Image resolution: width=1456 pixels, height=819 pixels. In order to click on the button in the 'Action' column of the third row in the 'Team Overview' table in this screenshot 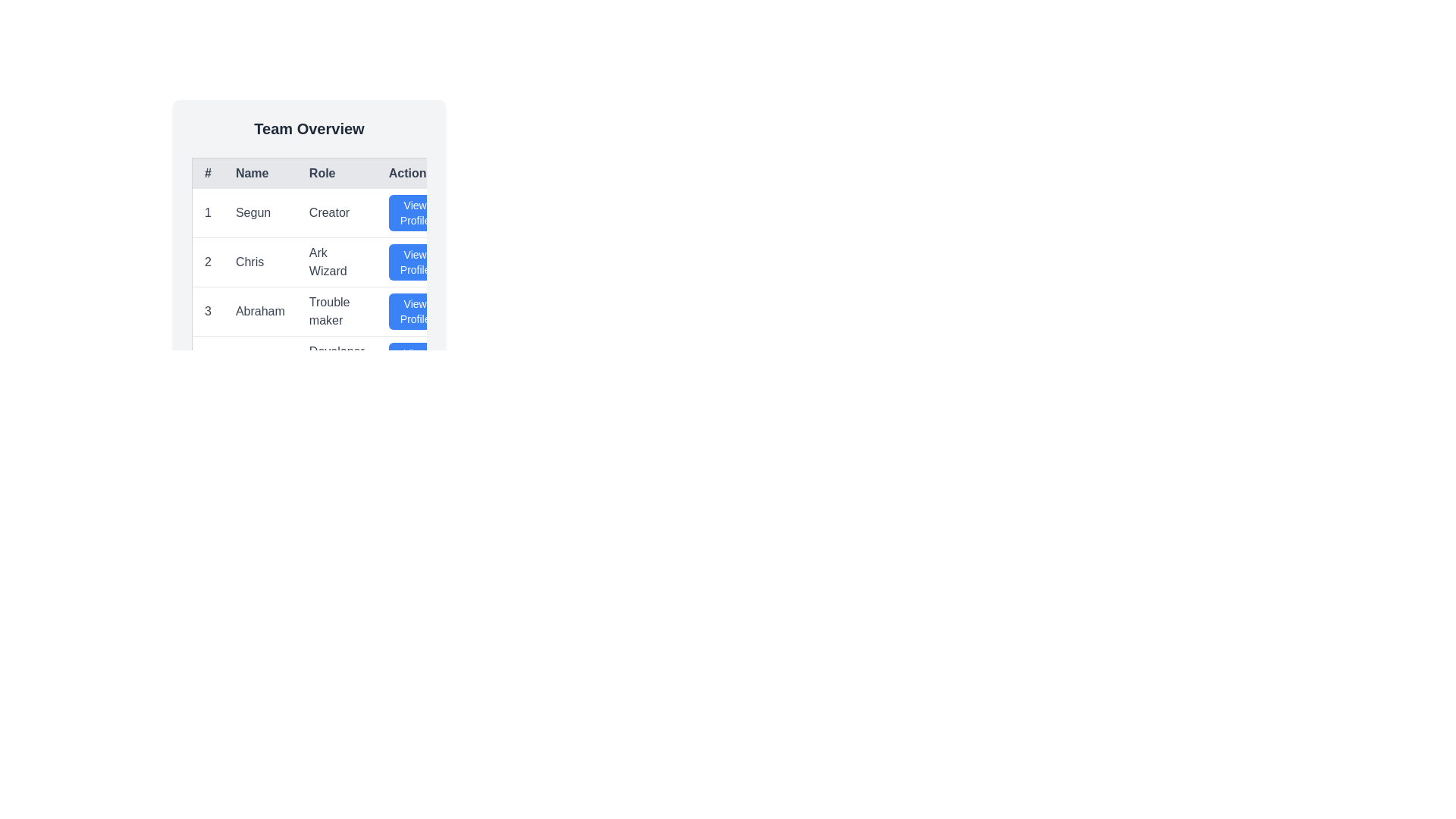, I will do `click(422, 311)`.